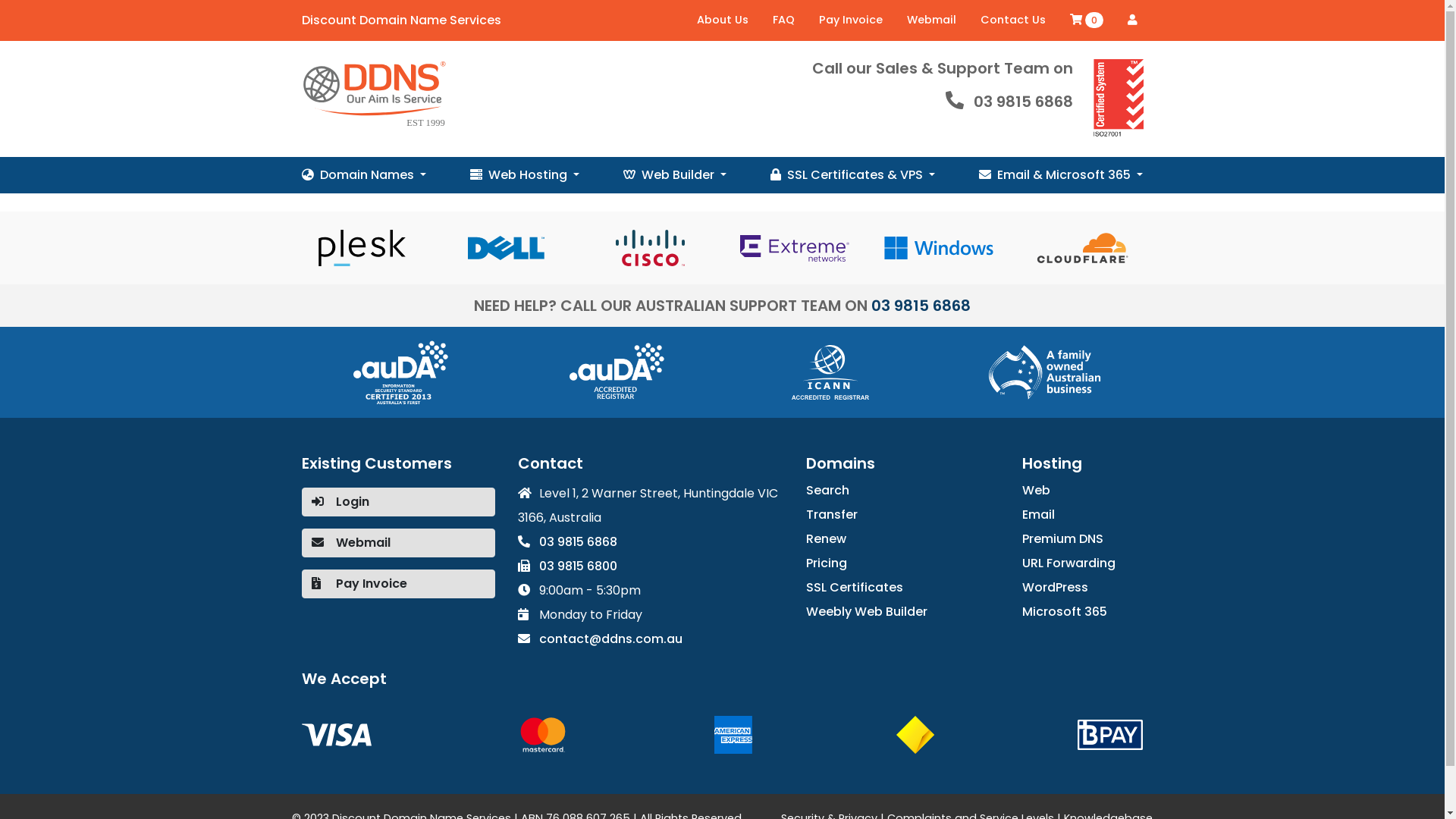 The image size is (1456, 819). I want to click on 'Transfer', so click(902, 513).